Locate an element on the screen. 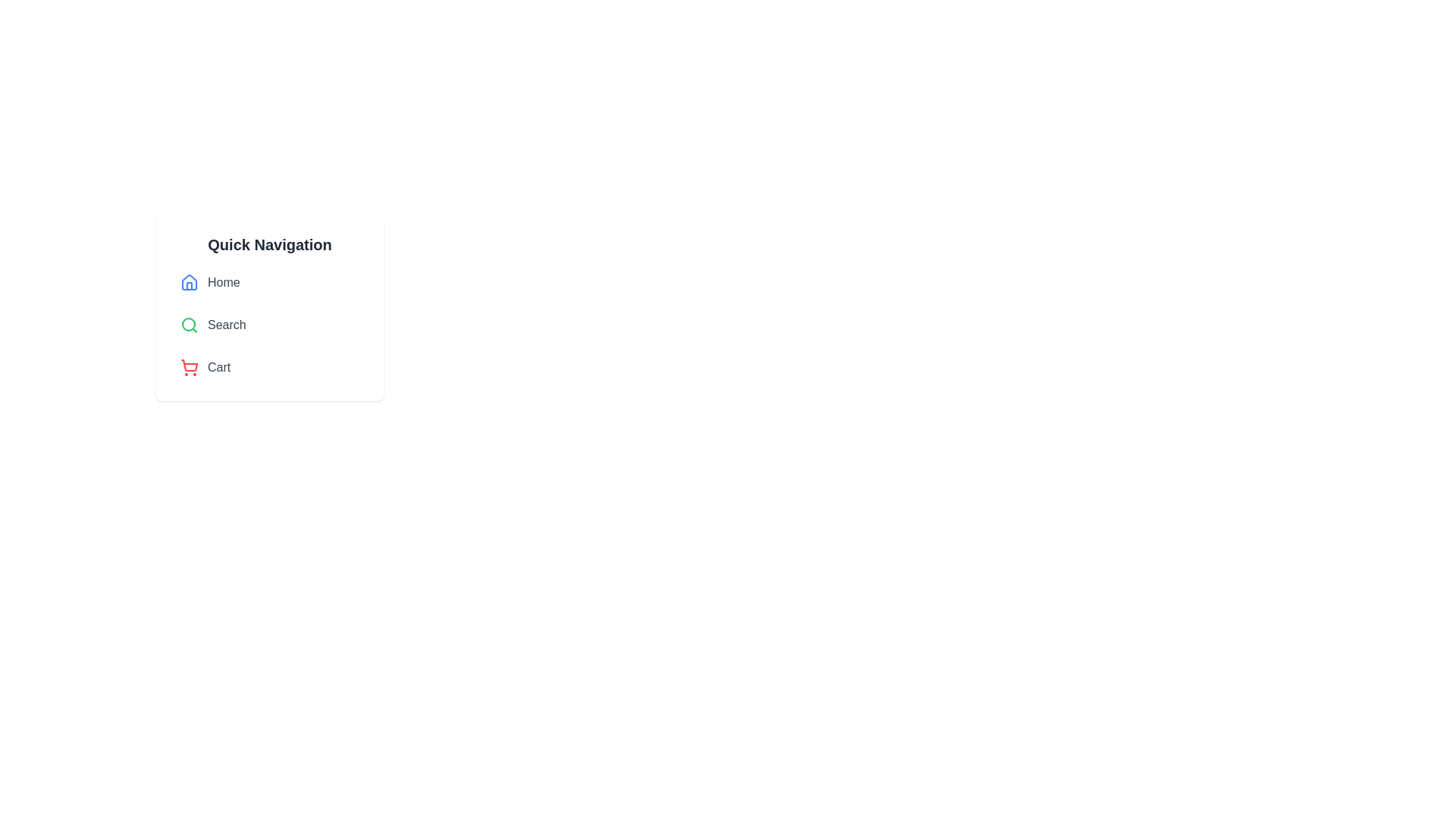 This screenshot has height=819, width=1456. the shopping cart navigation button located at the third position in the vertical navigation list is located at coordinates (269, 368).